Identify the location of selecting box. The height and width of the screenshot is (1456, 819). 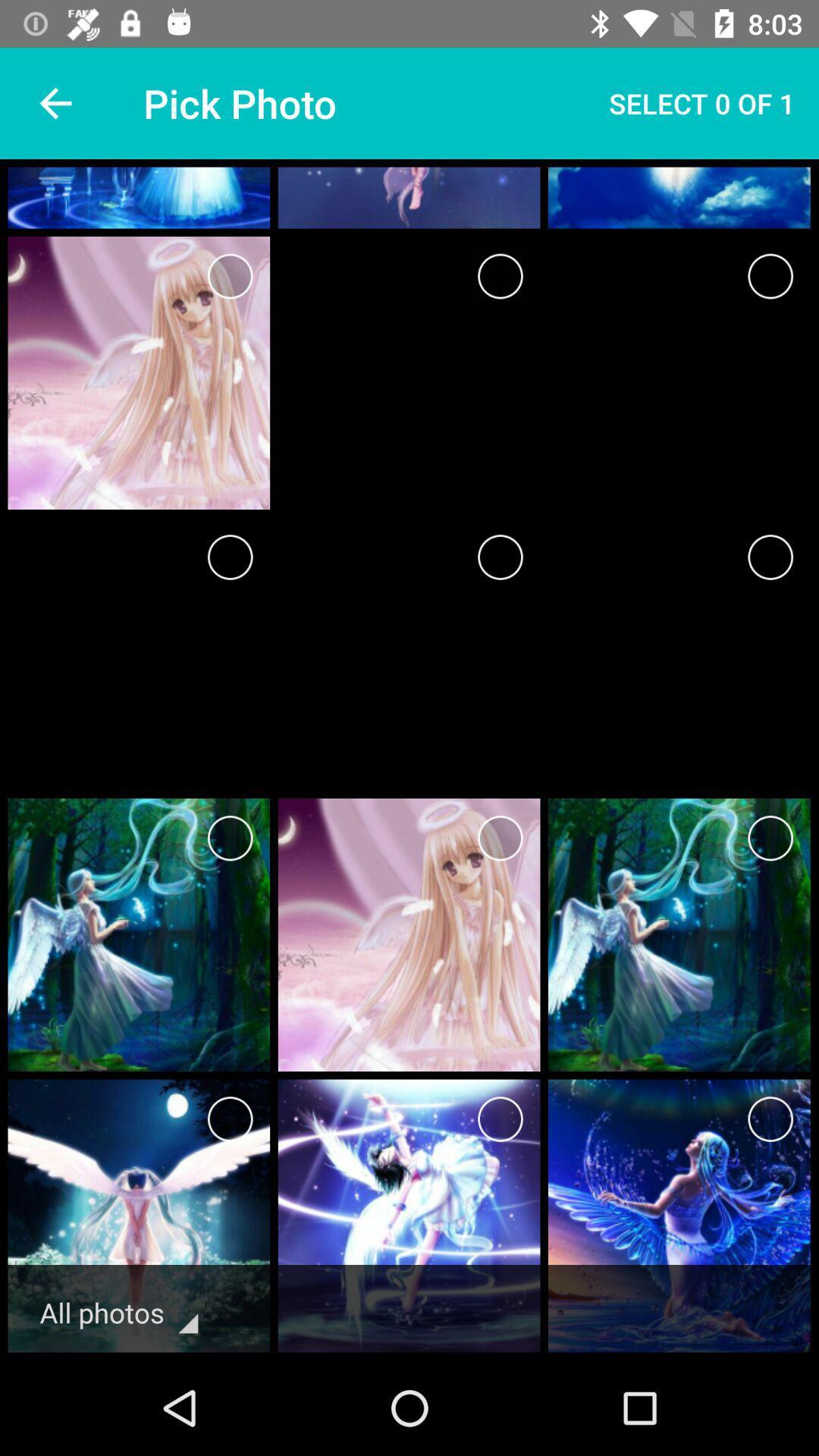
(500, 276).